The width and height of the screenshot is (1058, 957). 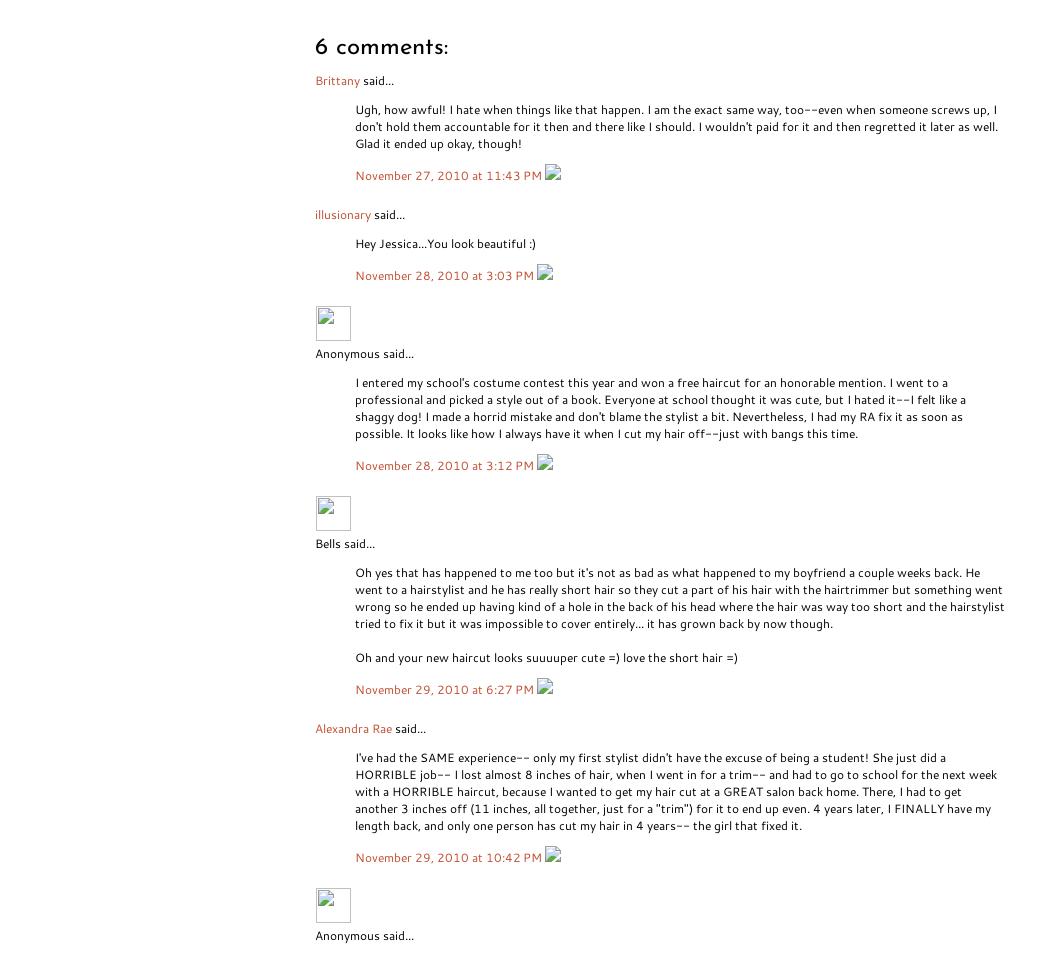 I want to click on 'Brittany', so click(x=313, y=79).